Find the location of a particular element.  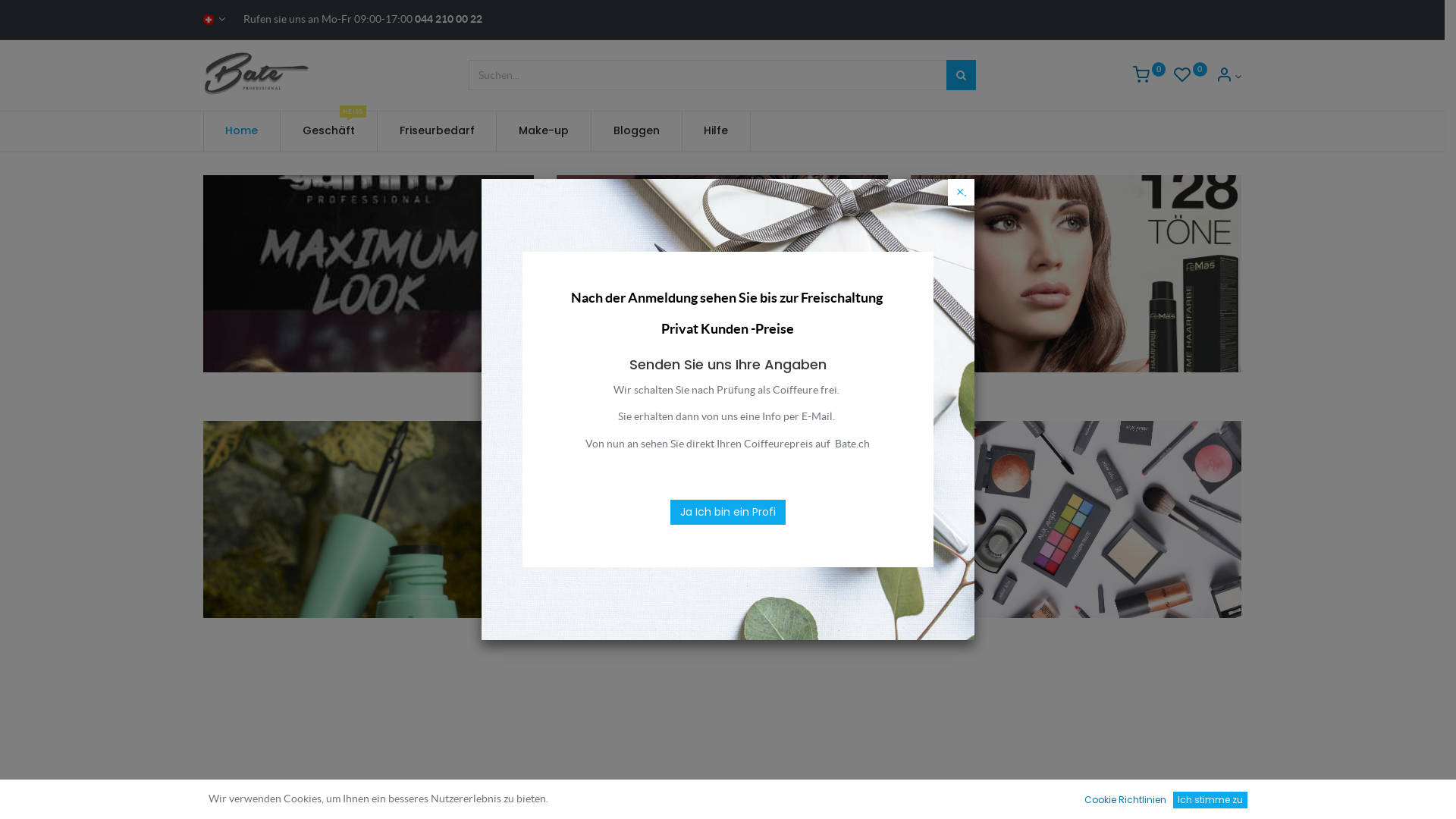

'Home' is located at coordinates (241, 130).